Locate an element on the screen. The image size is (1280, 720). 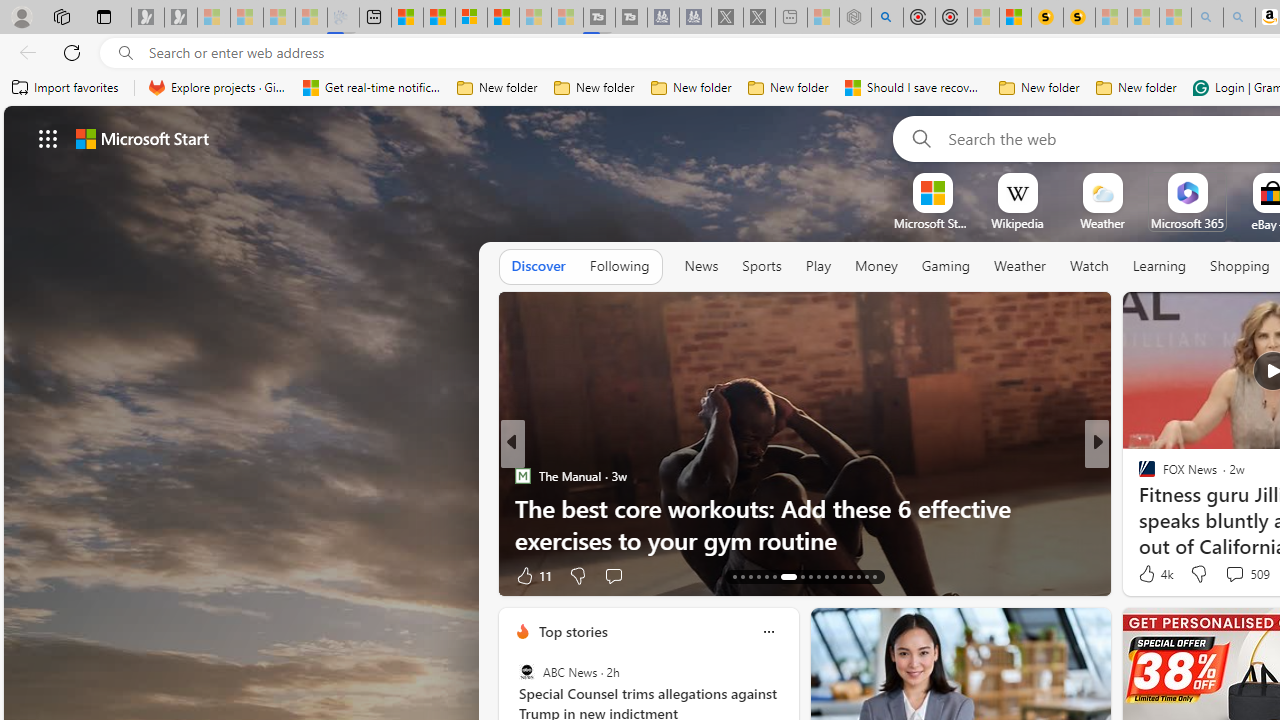
'AutomationID: tab-18' is located at coordinates (774, 577).